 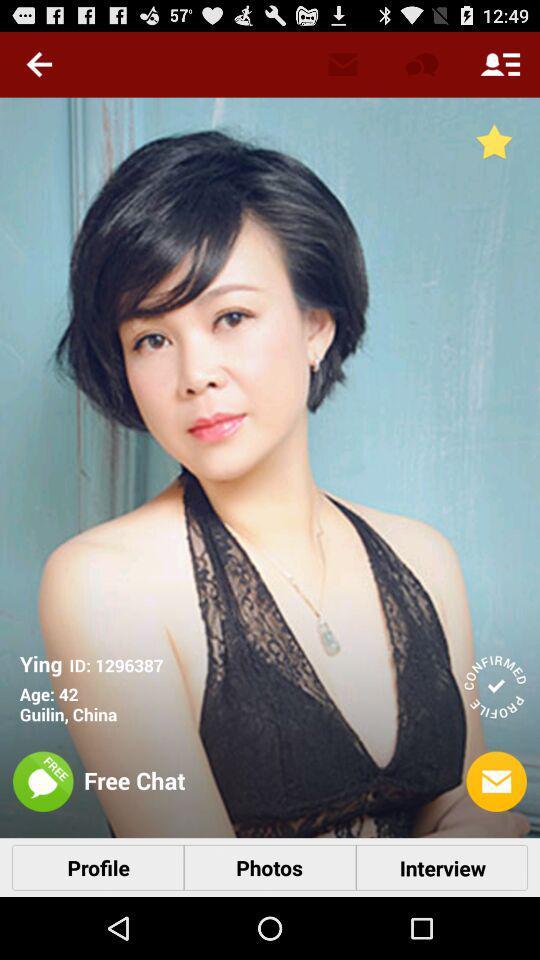 What do you see at coordinates (499, 64) in the screenshot?
I see `your menu icon next to messaging icon` at bounding box center [499, 64].